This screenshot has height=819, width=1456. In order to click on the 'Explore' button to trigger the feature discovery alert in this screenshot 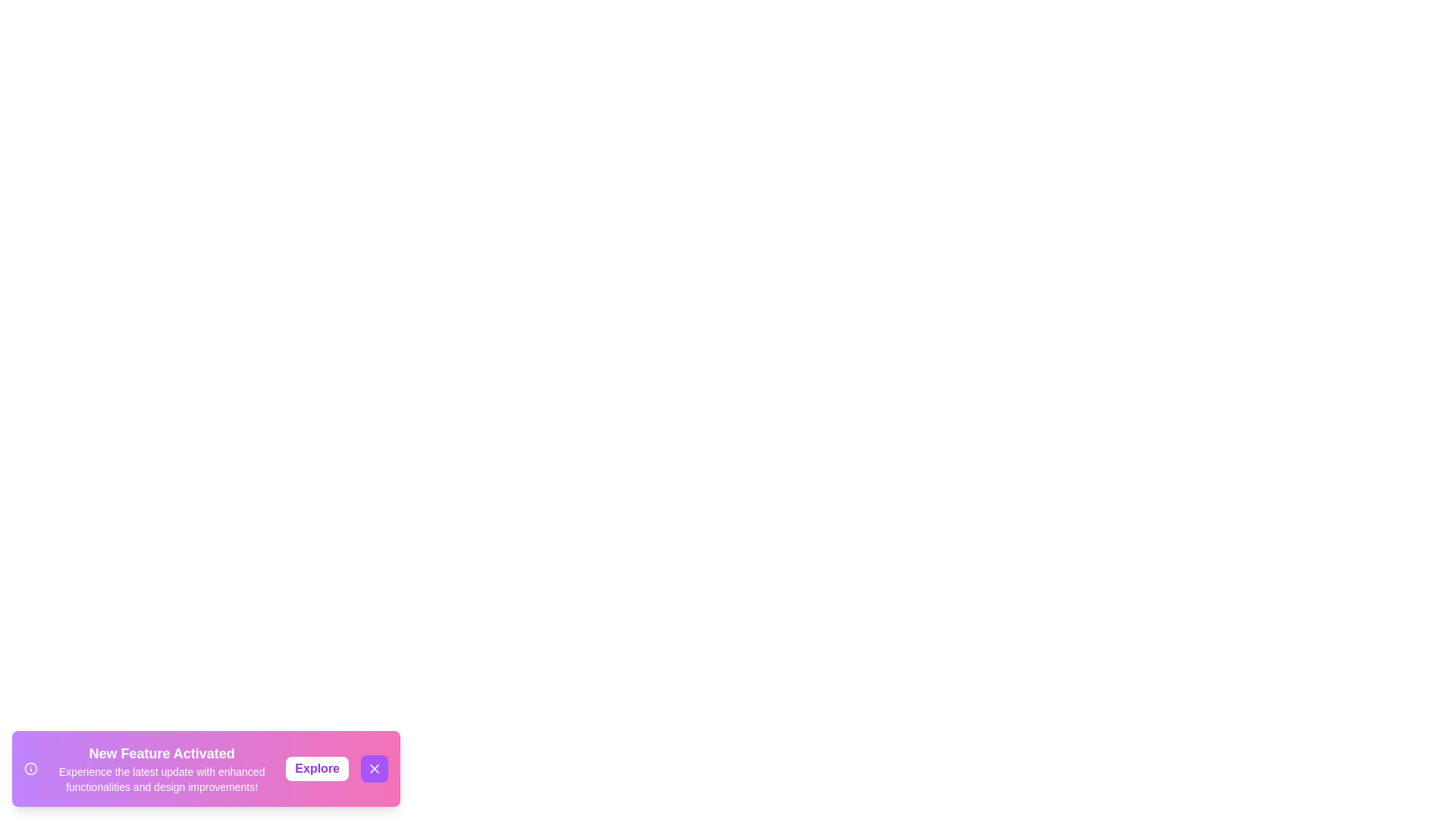, I will do `click(316, 769)`.